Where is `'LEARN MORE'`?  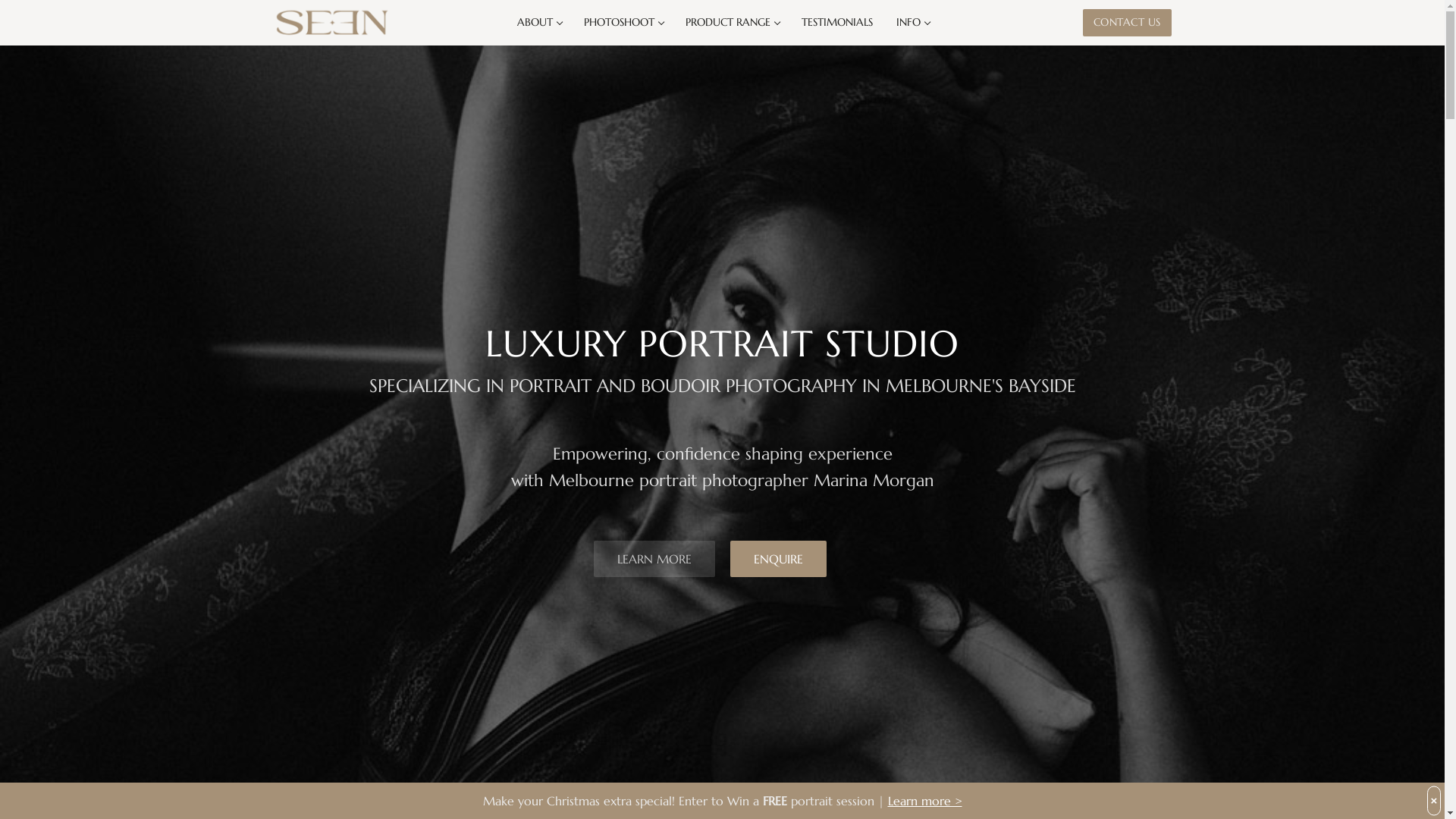
'LEARN MORE' is located at coordinates (654, 558).